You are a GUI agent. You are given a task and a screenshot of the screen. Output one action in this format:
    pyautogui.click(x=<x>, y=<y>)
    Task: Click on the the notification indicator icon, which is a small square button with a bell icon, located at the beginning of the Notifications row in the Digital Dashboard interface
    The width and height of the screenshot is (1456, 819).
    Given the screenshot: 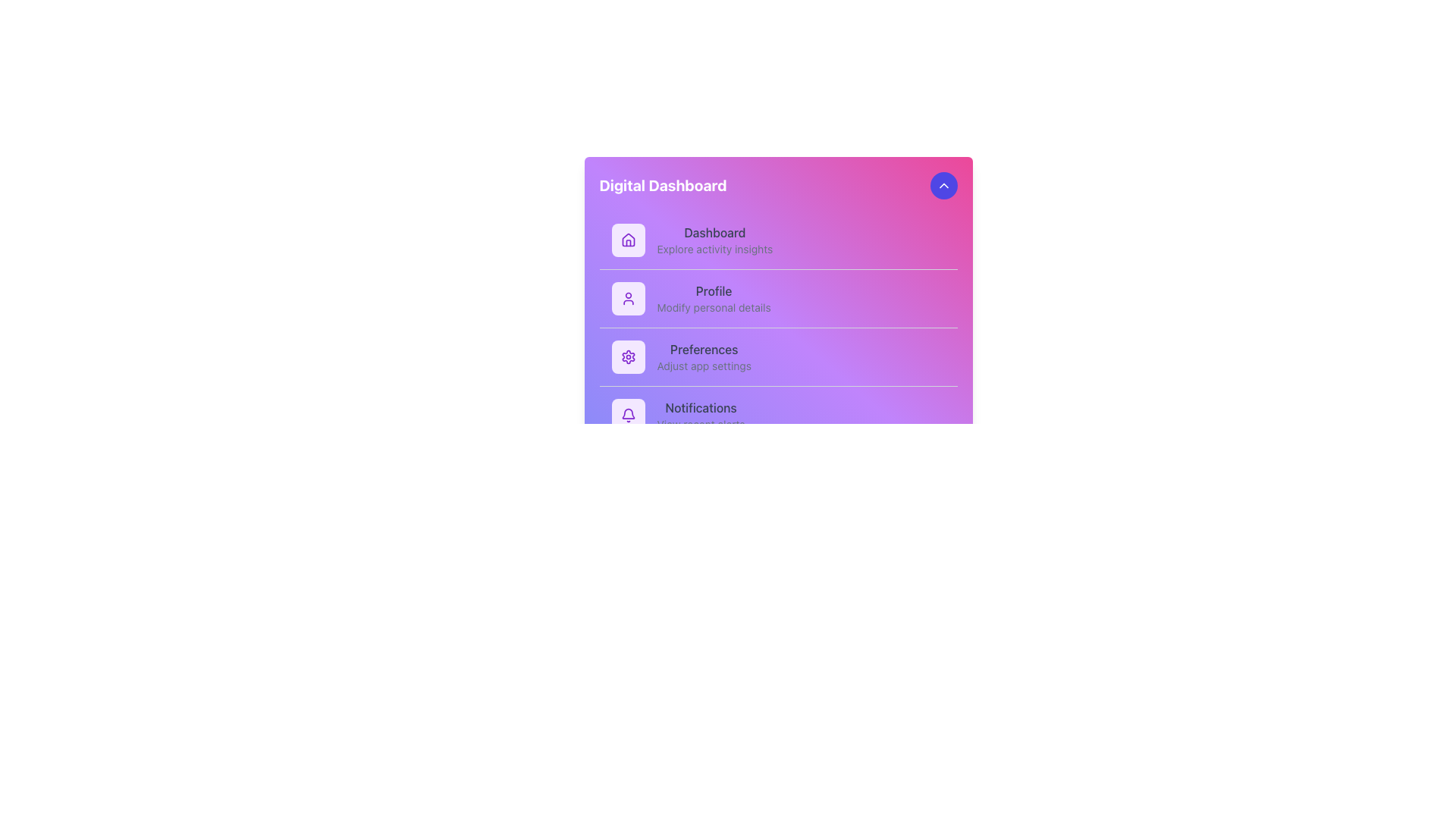 What is the action you would take?
    pyautogui.click(x=628, y=415)
    